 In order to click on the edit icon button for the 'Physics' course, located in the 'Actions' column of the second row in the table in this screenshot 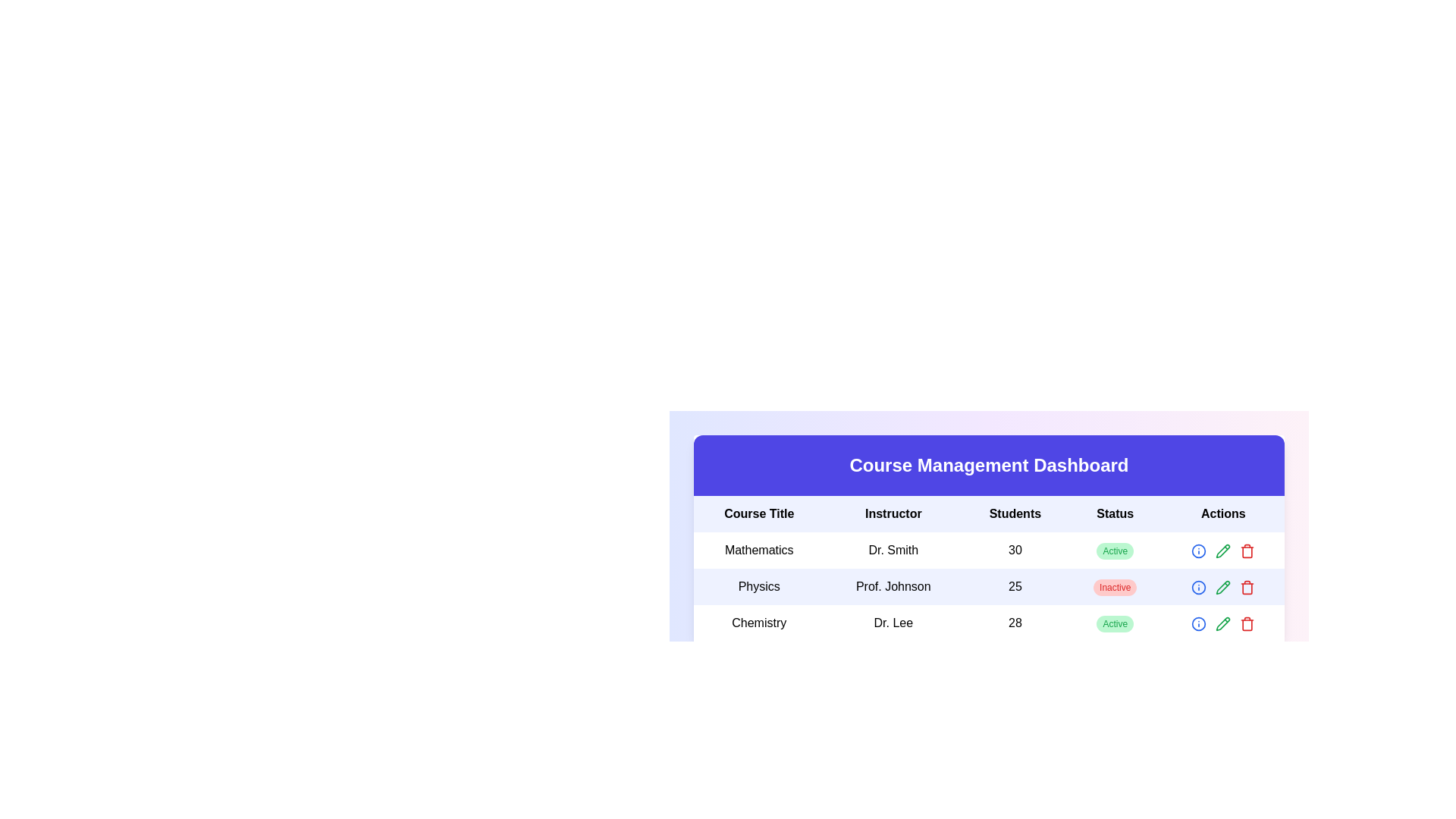, I will do `click(1223, 551)`.